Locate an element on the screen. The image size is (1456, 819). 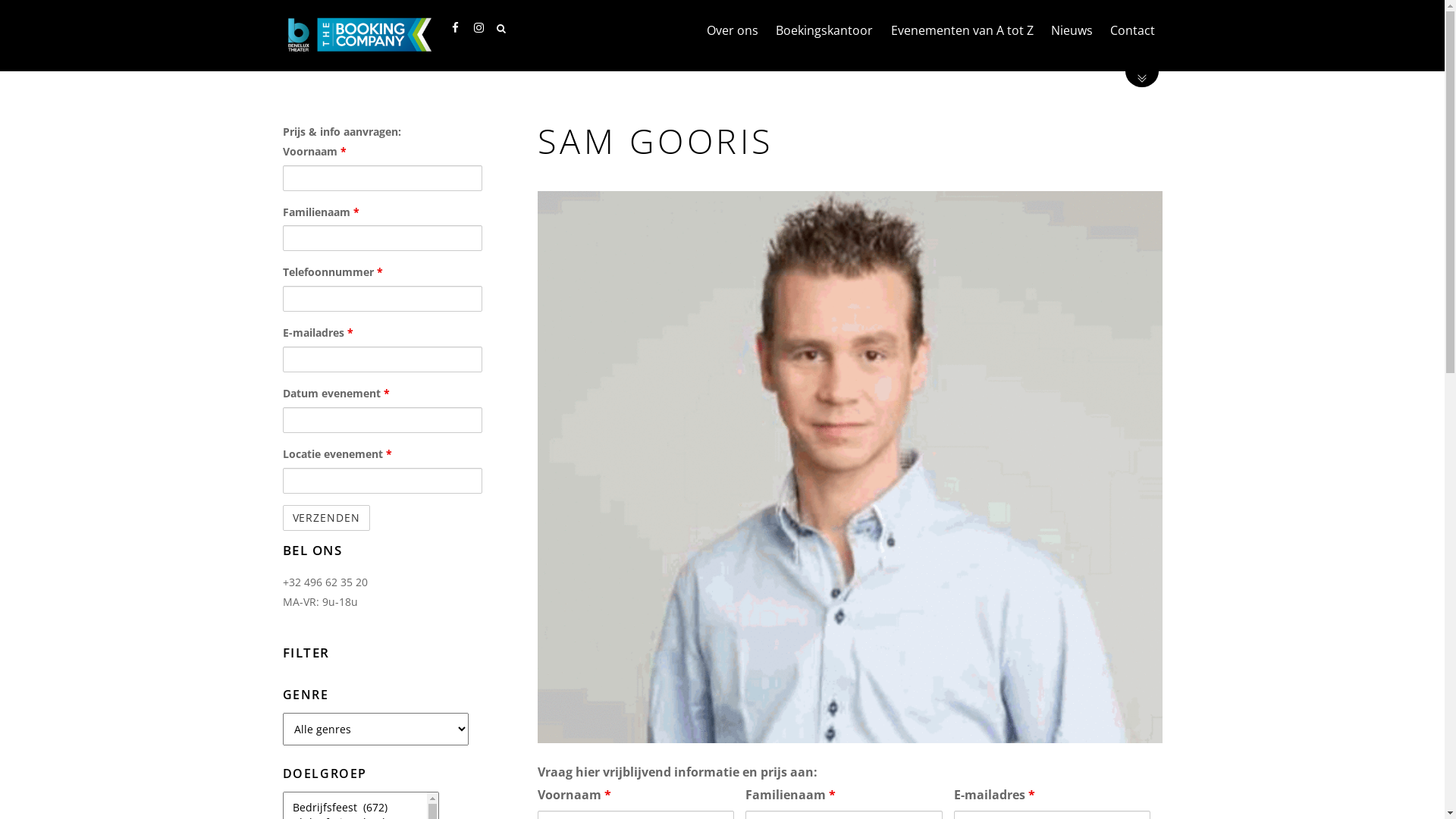
'Evenementen van A tot Z' is located at coordinates (961, 30).